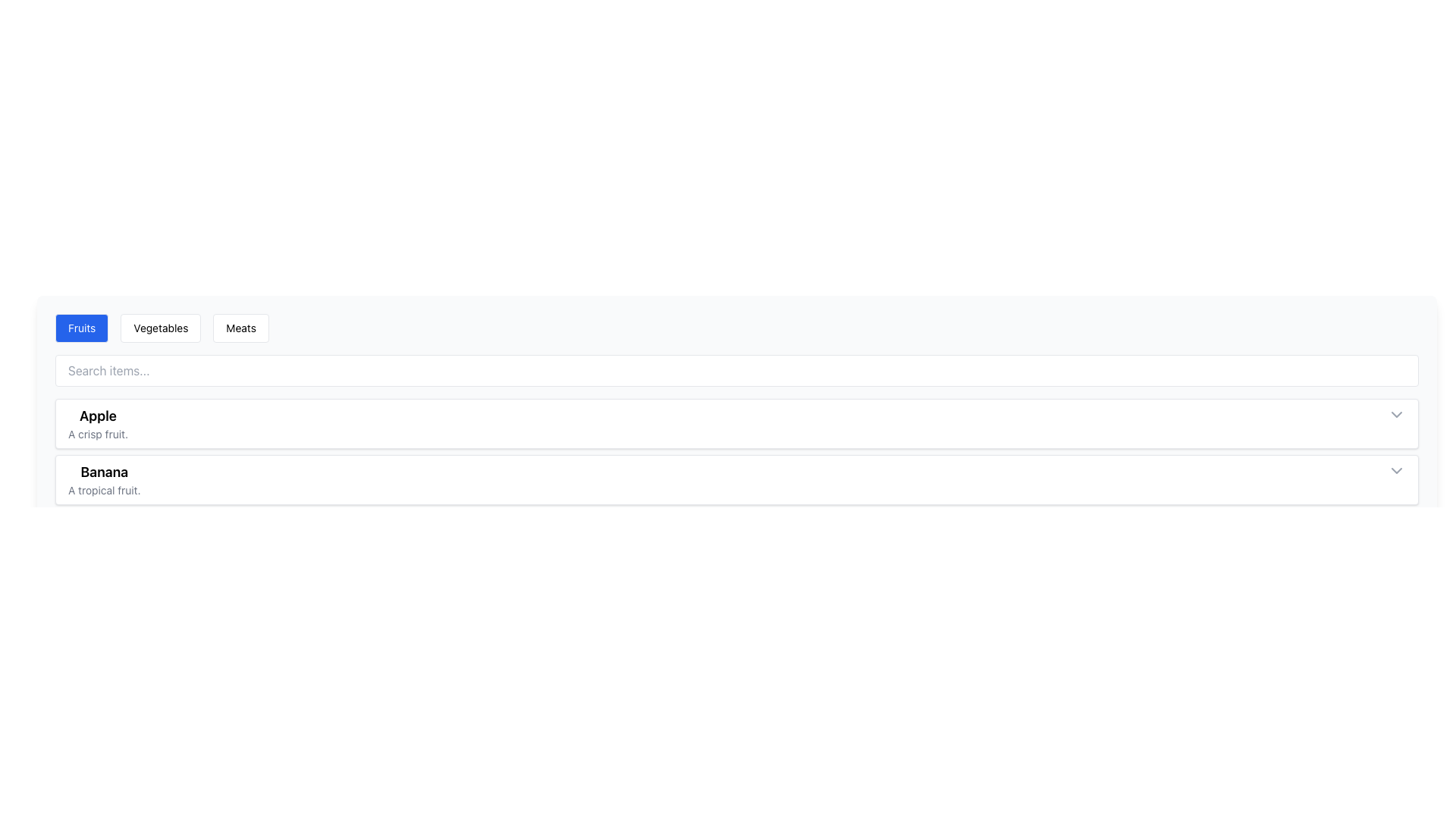 This screenshot has height=819, width=1456. What do you see at coordinates (97, 416) in the screenshot?
I see `the text label for 'Apple'` at bounding box center [97, 416].